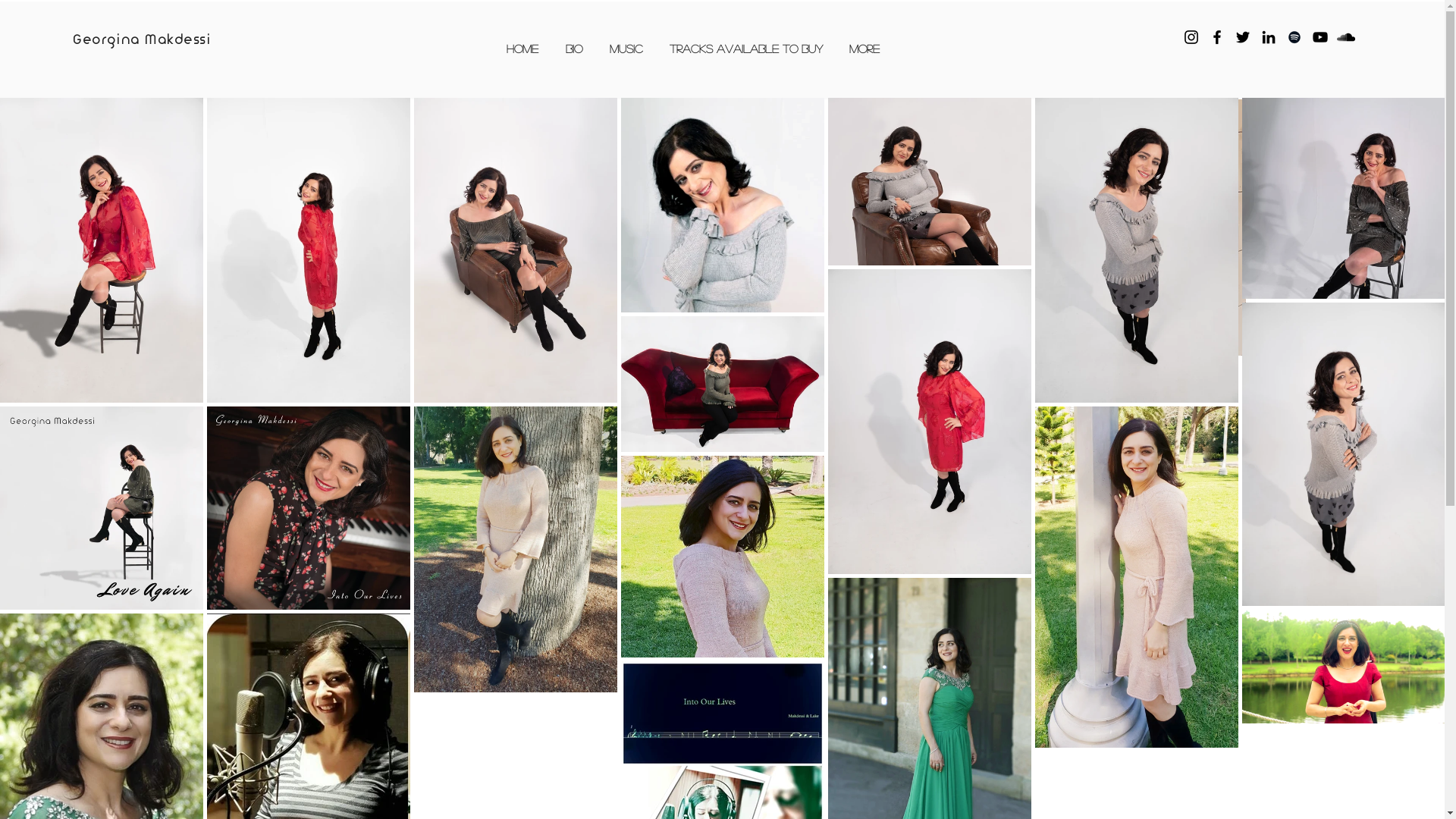 The image size is (1456, 819). I want to click on 'MUSIC', so click(626, 47).